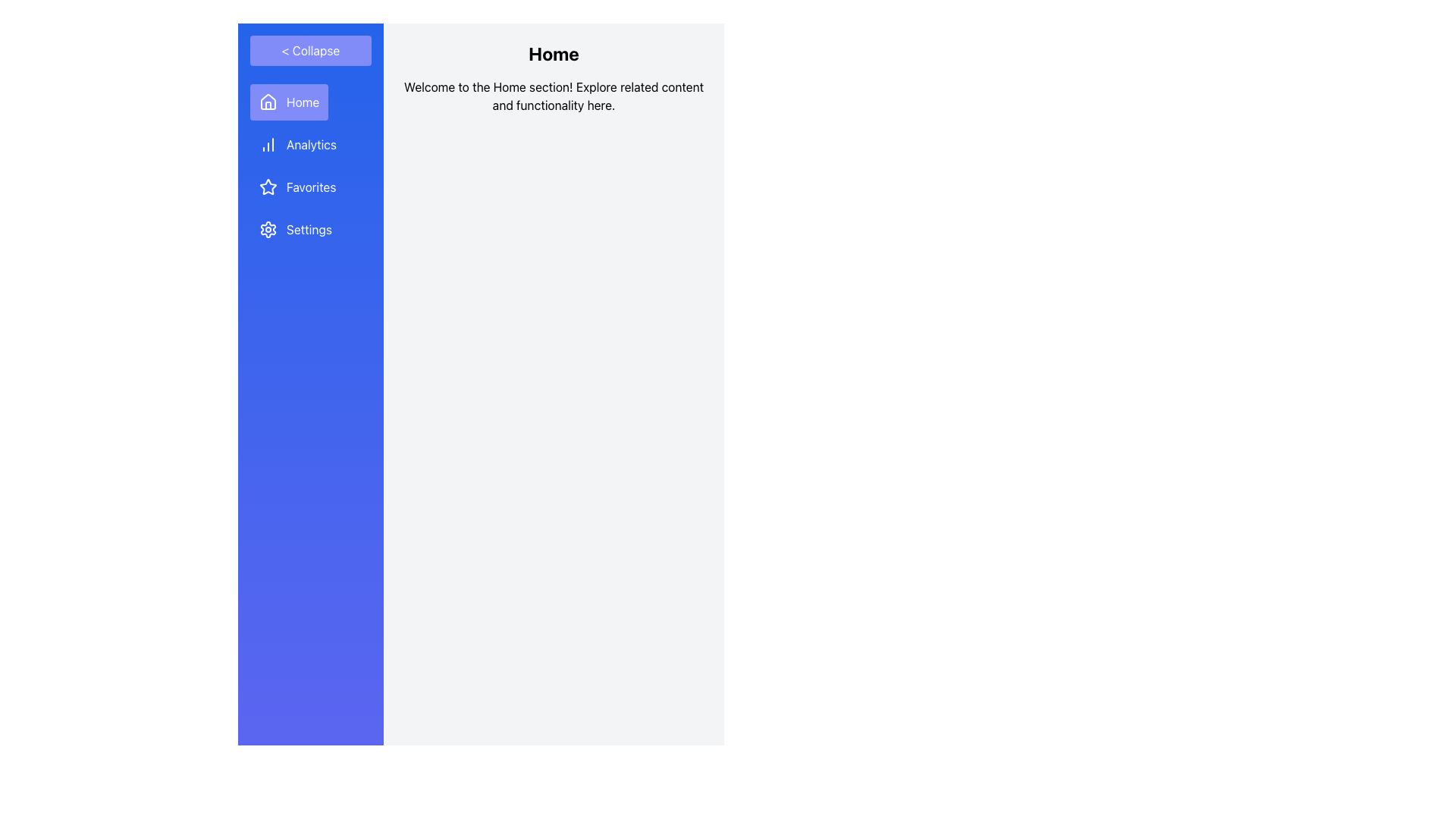 Image resolution: width=1456 pixels, height=819 pixels. I want to click on the 'Favorites' icon located in the left sidebar menu, positioned between the 'Analytics' and 'Settings' menu items, so click(268, 186).